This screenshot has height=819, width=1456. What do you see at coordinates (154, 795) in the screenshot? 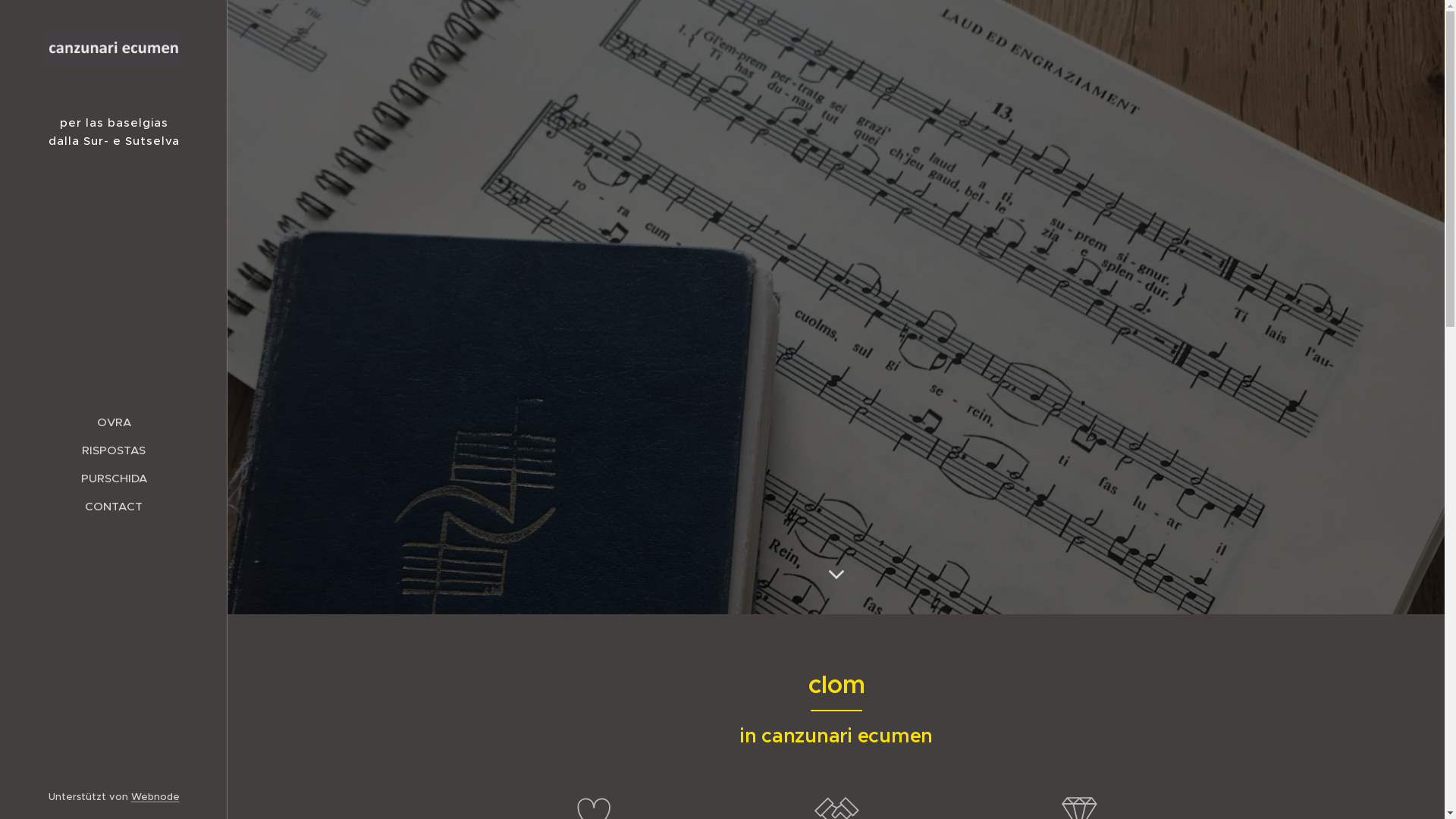
I see `'Webnode'` at bounding box center [154, 795].